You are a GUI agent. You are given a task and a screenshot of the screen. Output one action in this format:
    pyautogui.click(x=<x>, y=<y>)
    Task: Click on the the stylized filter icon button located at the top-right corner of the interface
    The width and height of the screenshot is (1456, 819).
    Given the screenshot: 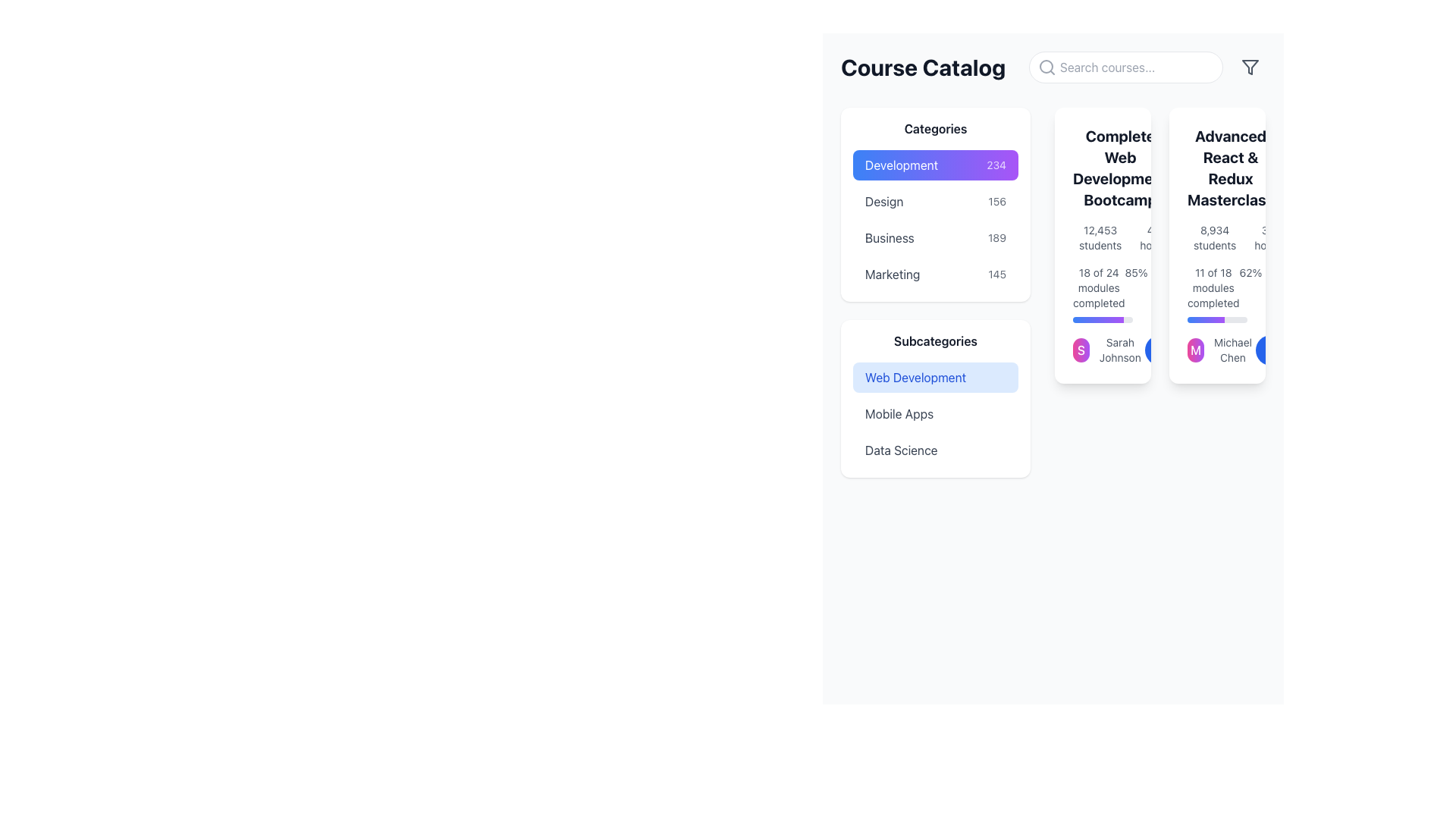 What is the action you would take?
    pyautogui.click(x=1250, y=66)
    